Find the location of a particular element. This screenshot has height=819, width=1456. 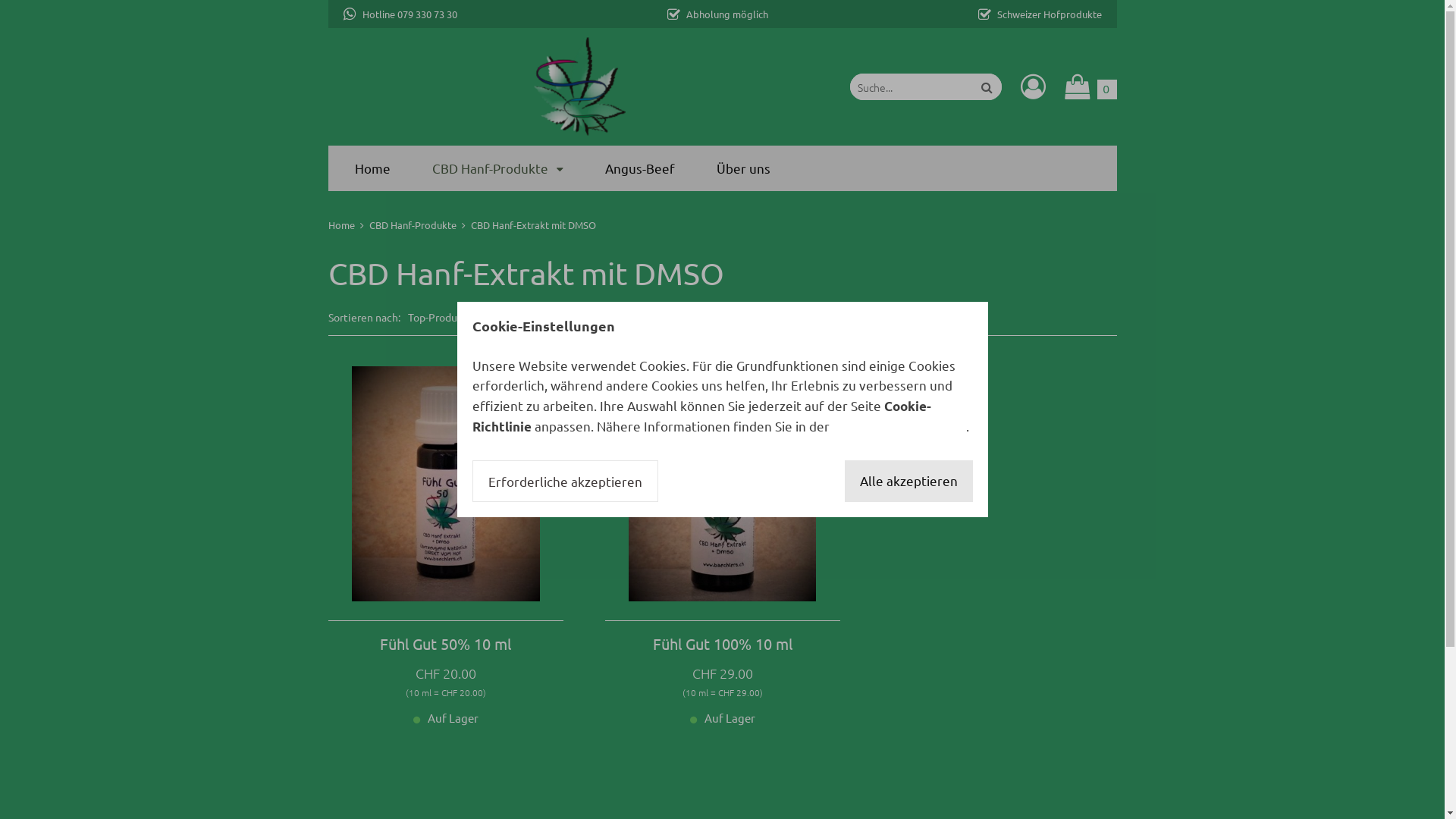

'Suche' is located at coordinates (986, 86).